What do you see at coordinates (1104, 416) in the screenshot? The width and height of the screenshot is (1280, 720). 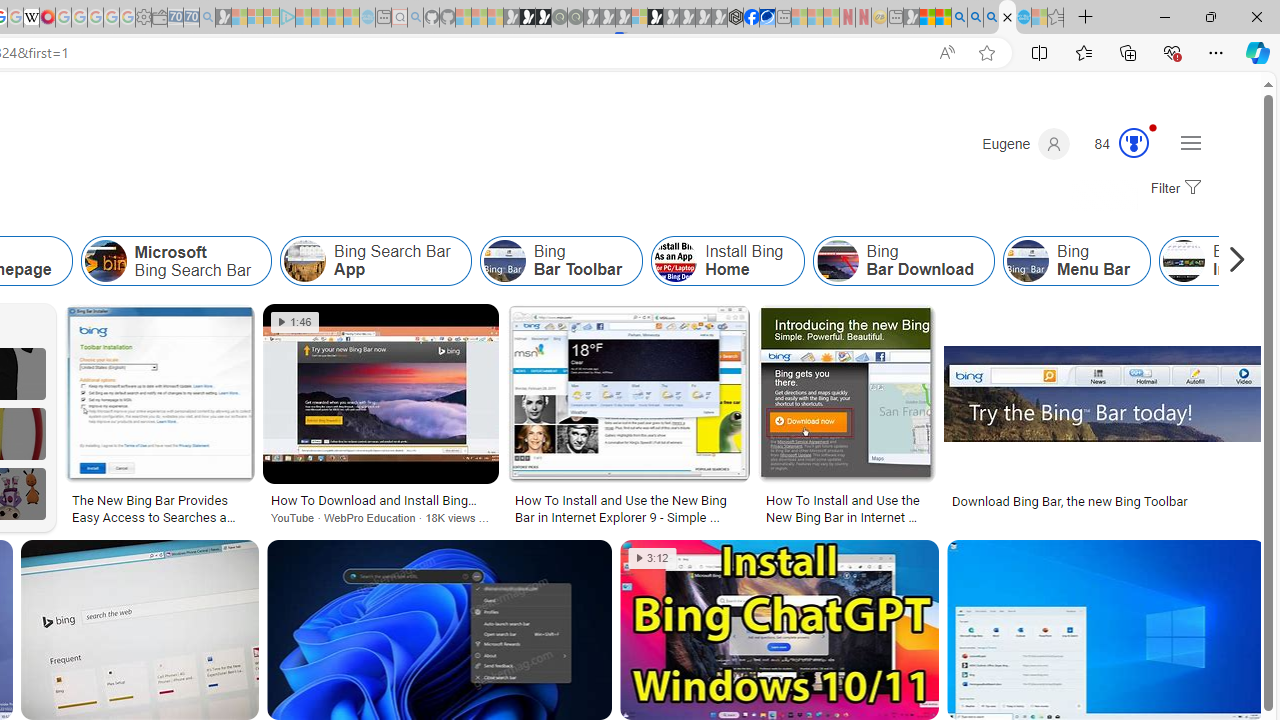 I see `'Download Bing Bar, the new Bing ToolbarSave'` at bounding box center [1104, 416].